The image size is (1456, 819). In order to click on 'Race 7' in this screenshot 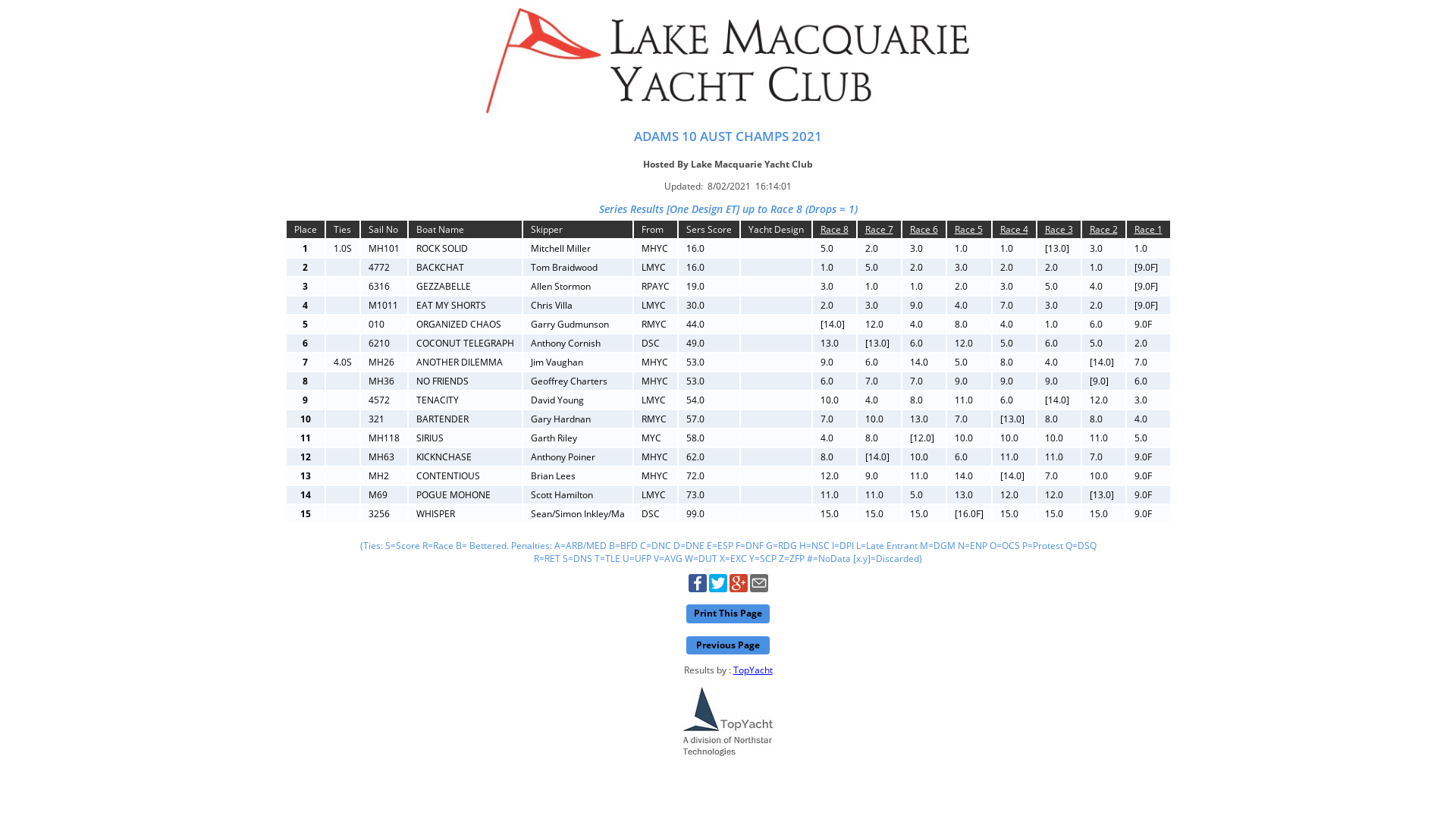, I will do `click(878, 229)`.